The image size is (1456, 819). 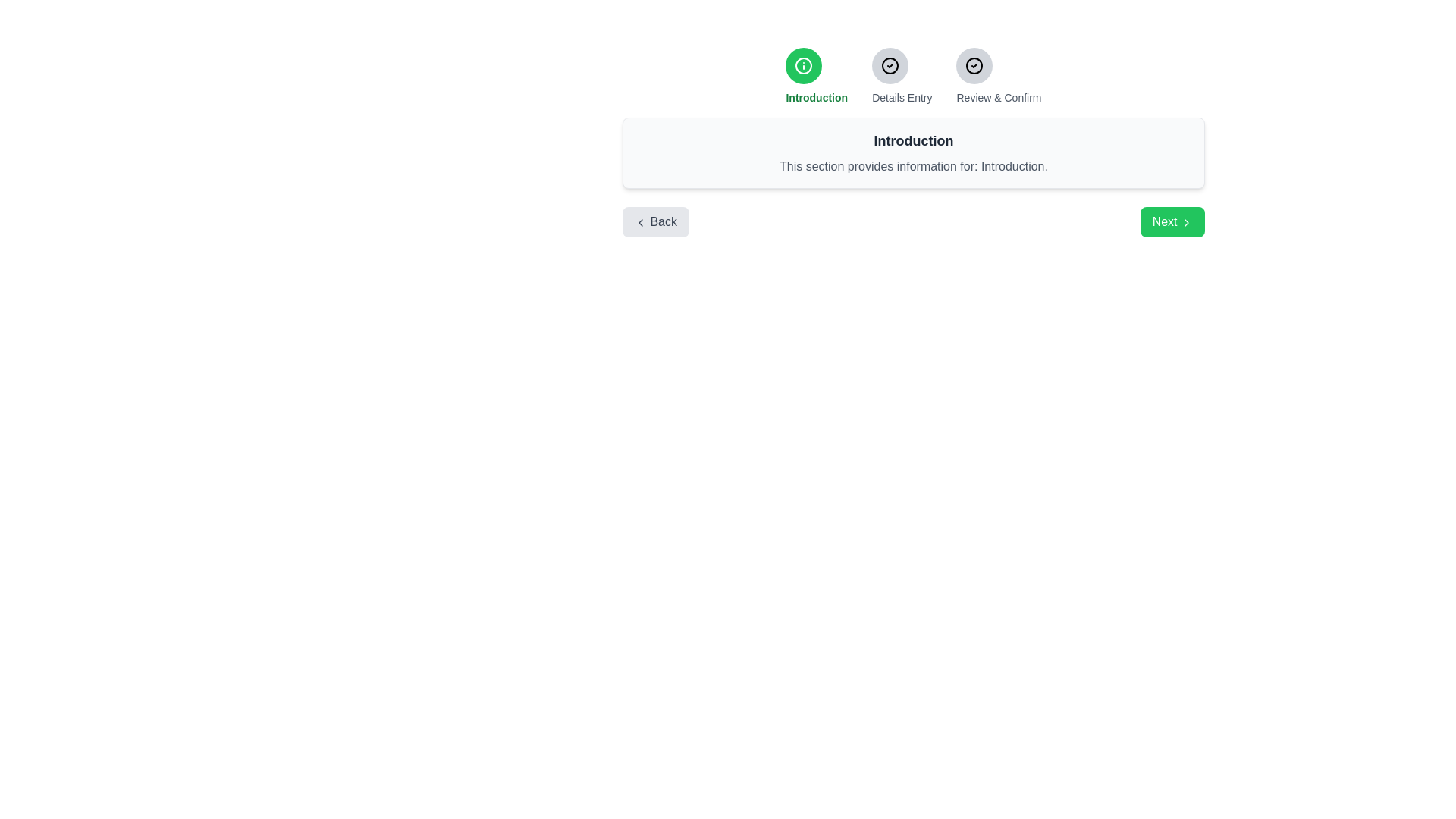 What do you see at coordinates (890, 65) in the screenshot?
I see `the Details Entry Icon to check for hover effects` at bounding box center [890, 65].